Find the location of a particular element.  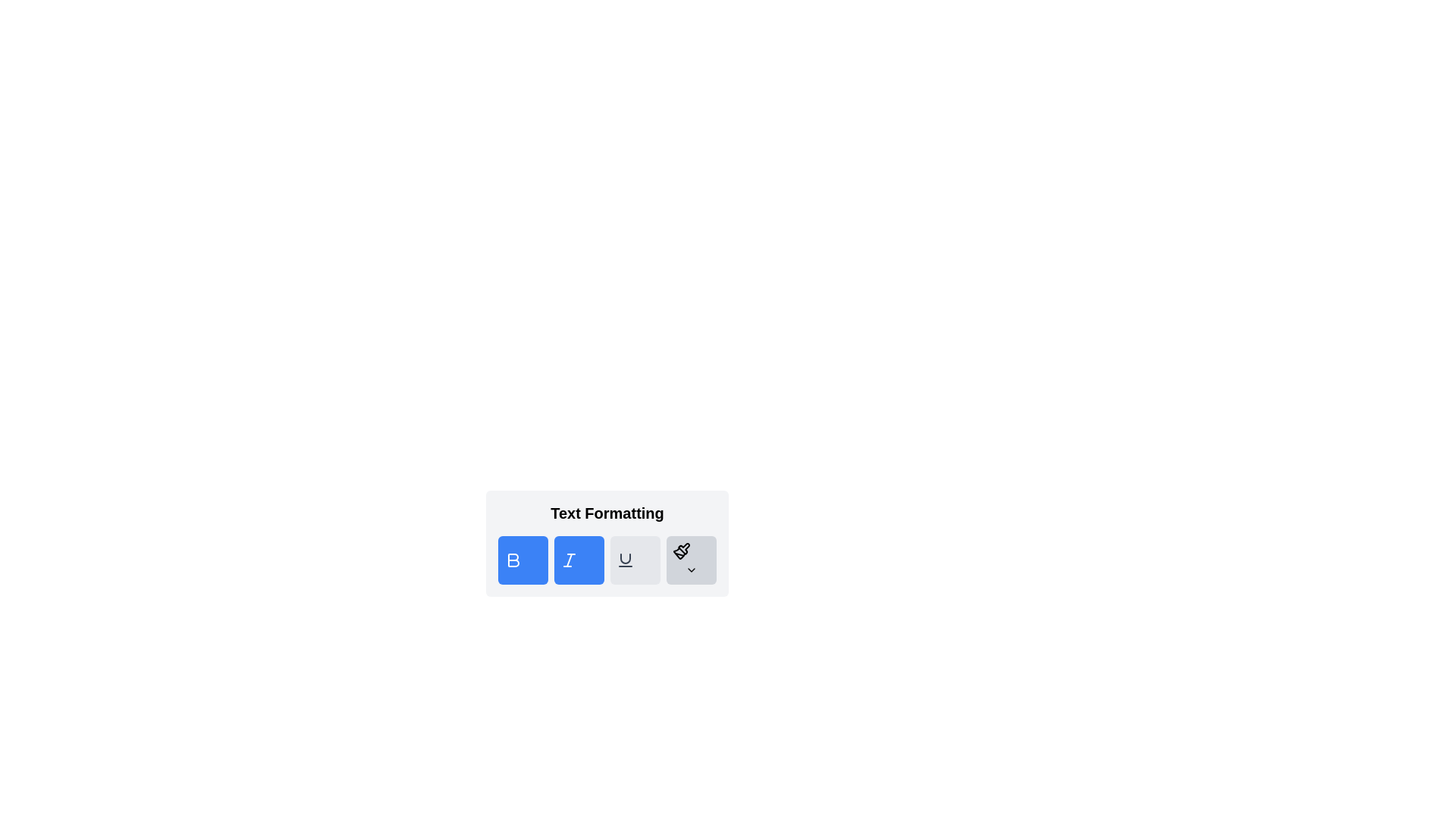

the 'Underline' icon in the text formatting toolbar, which is the third button from the left under the 'Text Formatting' label is located at coordinates (626, 558).